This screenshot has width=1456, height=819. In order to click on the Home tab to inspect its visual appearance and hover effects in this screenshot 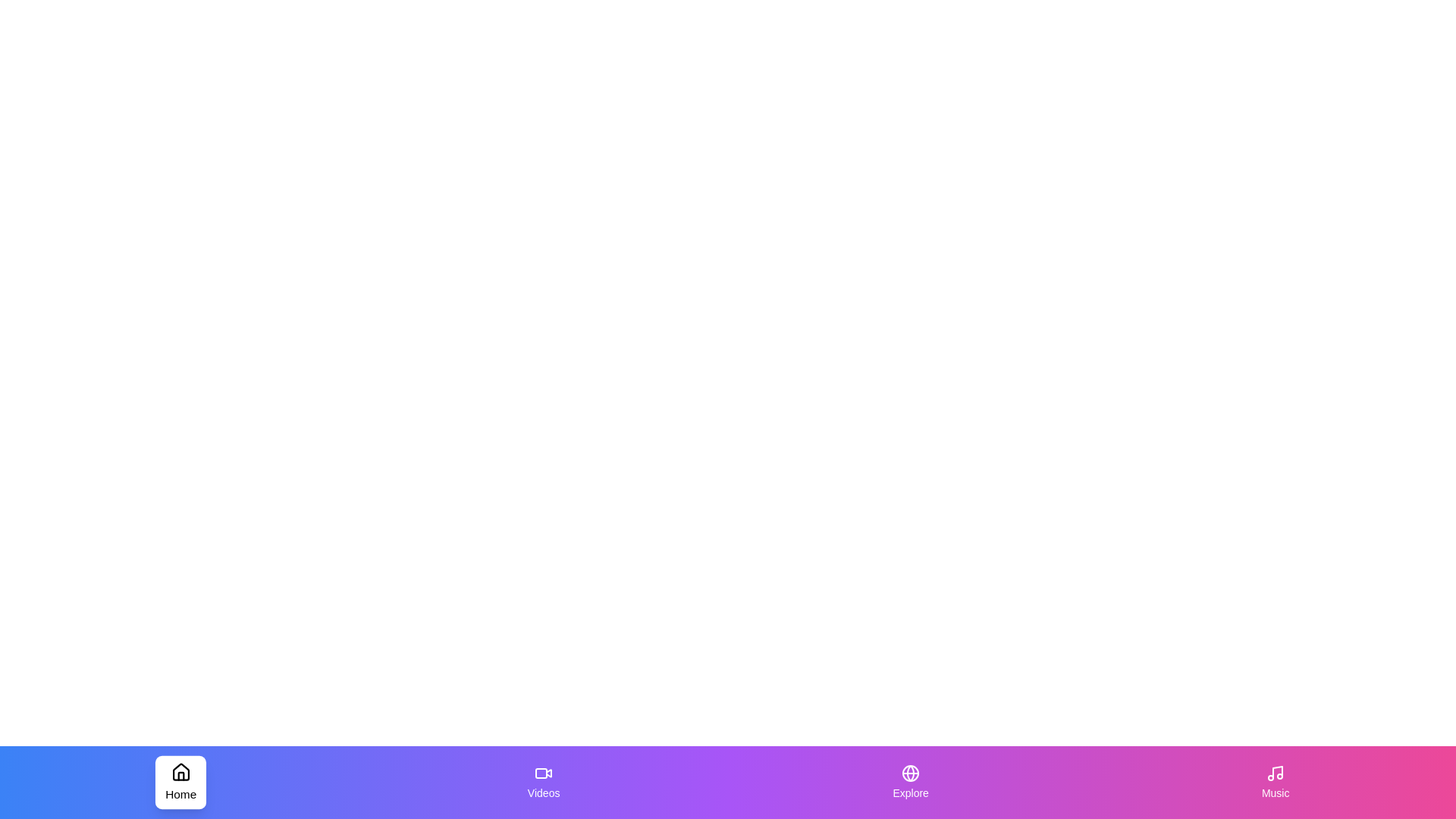, I will do `click(180, 783)`.